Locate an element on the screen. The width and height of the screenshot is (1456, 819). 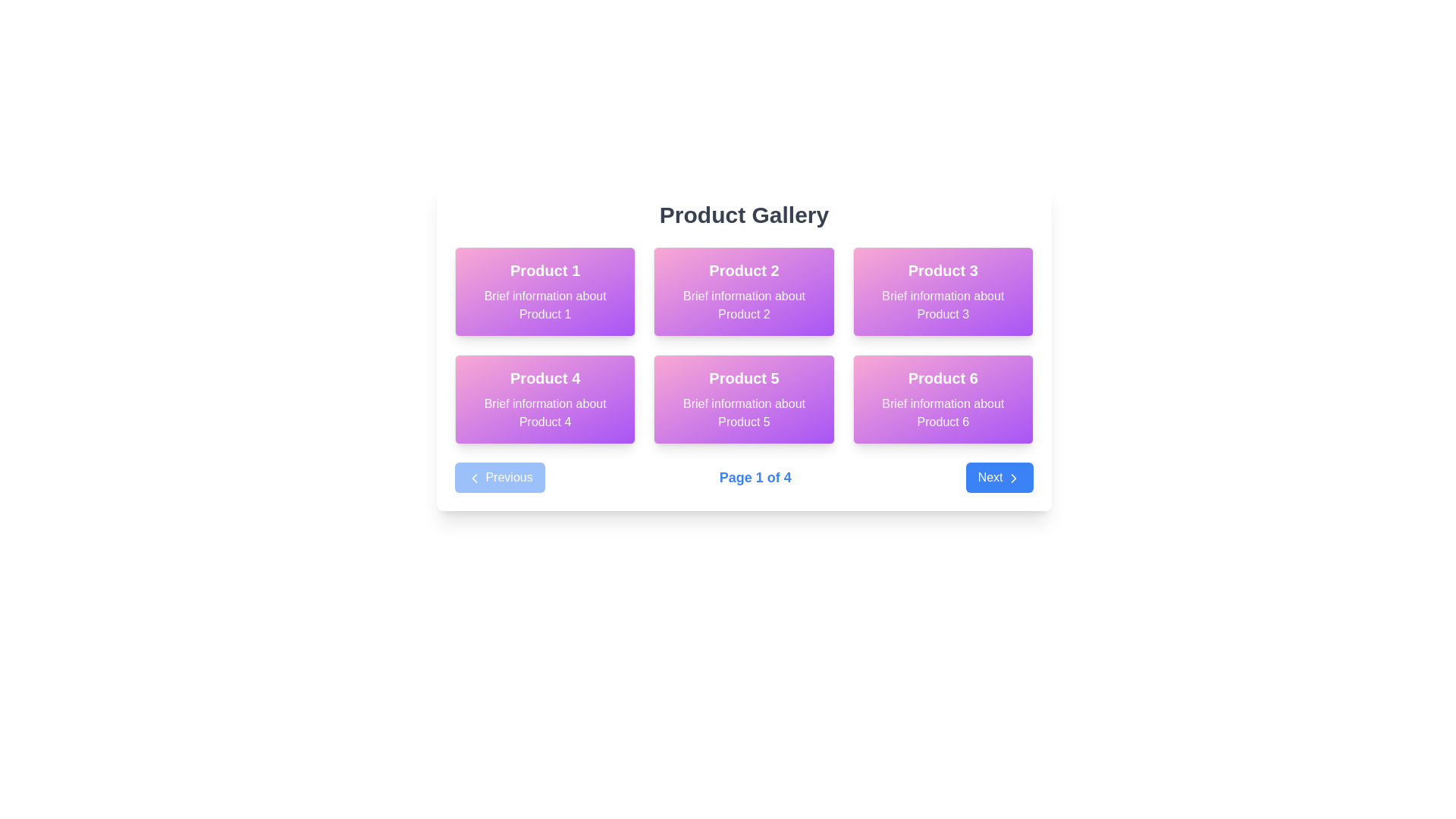
the Information Card displaying 'Product 3' with a gradient background in the top-right corner of the grid is located at coordinates (942, 292).